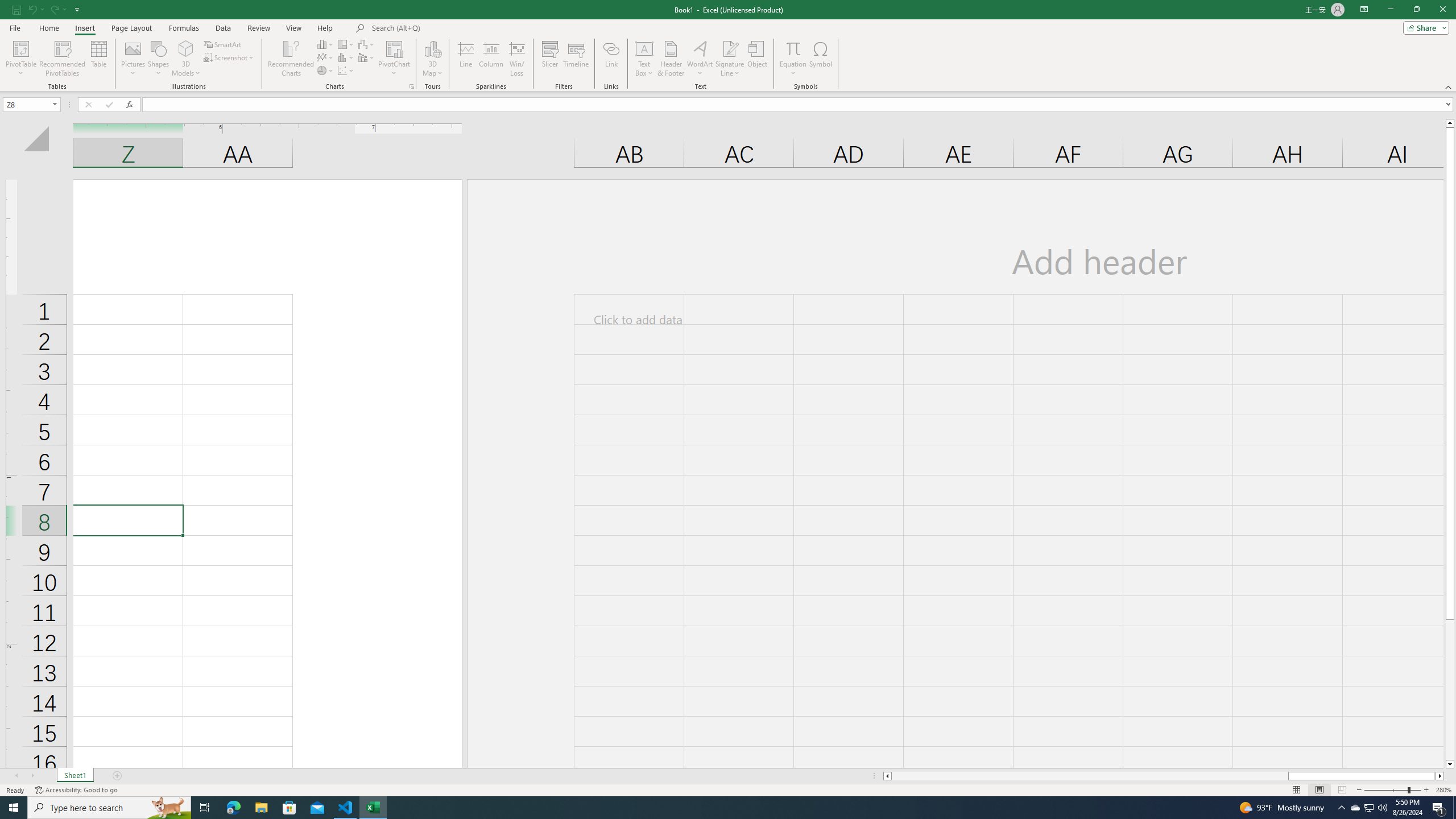 This screenshot has width=1456, height=819. Describe the element at coordinates (432, 48) in the screenshot. I see `'3D Map'` at that location.